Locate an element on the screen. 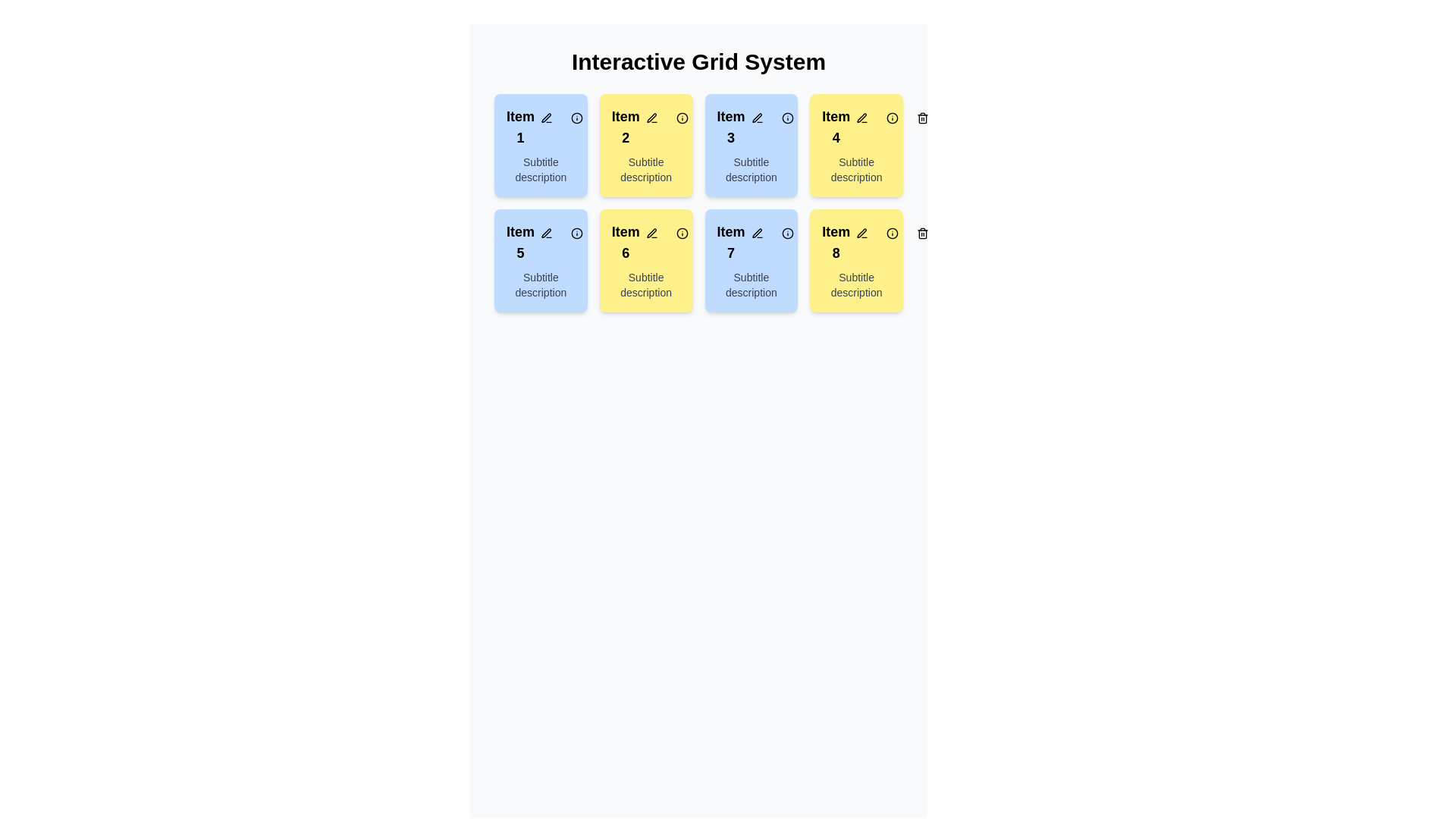  the circular icon with an information symbol located in the top-right corner of the fifth grid item is located at coordinates (576, 234).